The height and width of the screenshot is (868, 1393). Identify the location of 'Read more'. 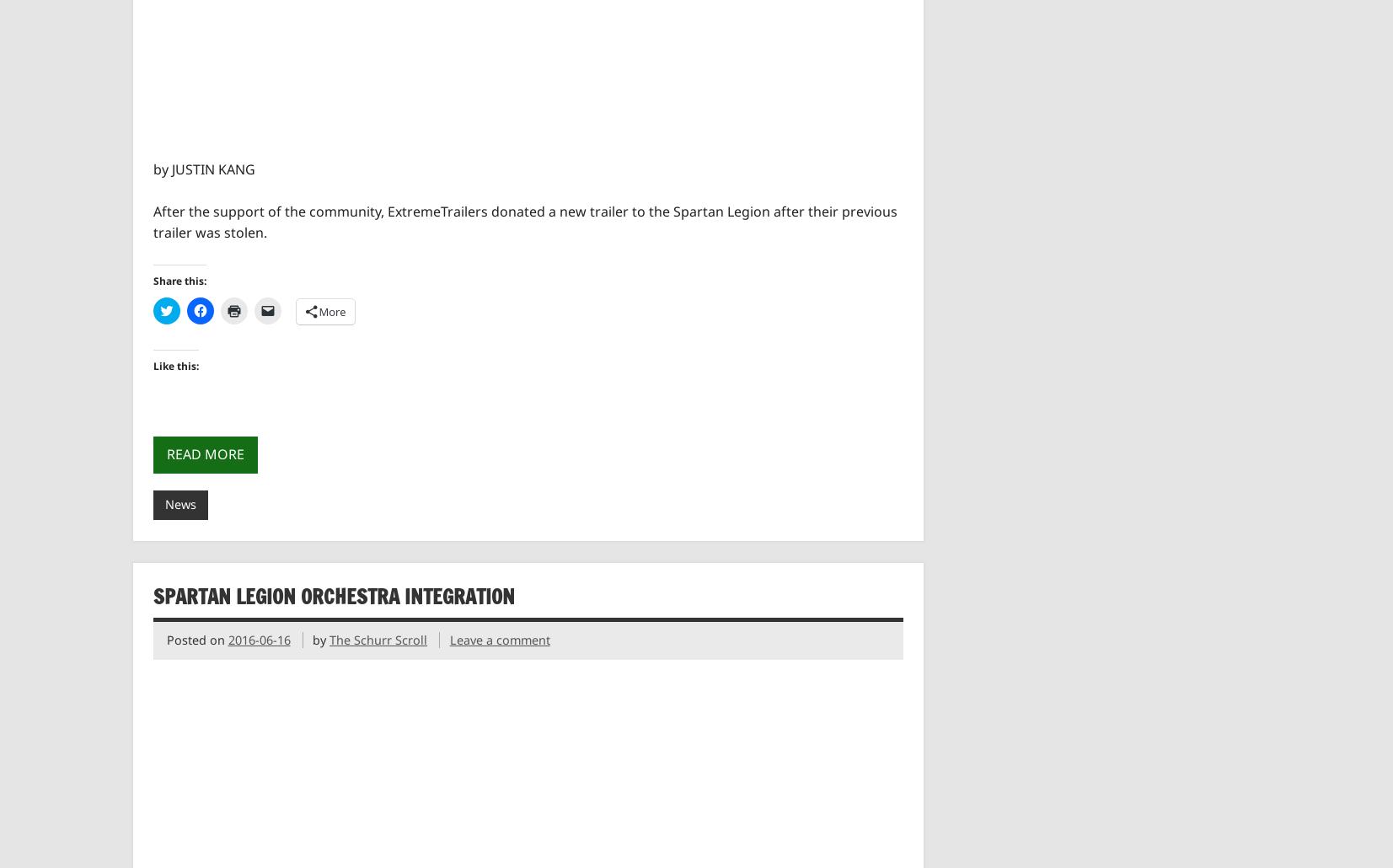
(203, 453).